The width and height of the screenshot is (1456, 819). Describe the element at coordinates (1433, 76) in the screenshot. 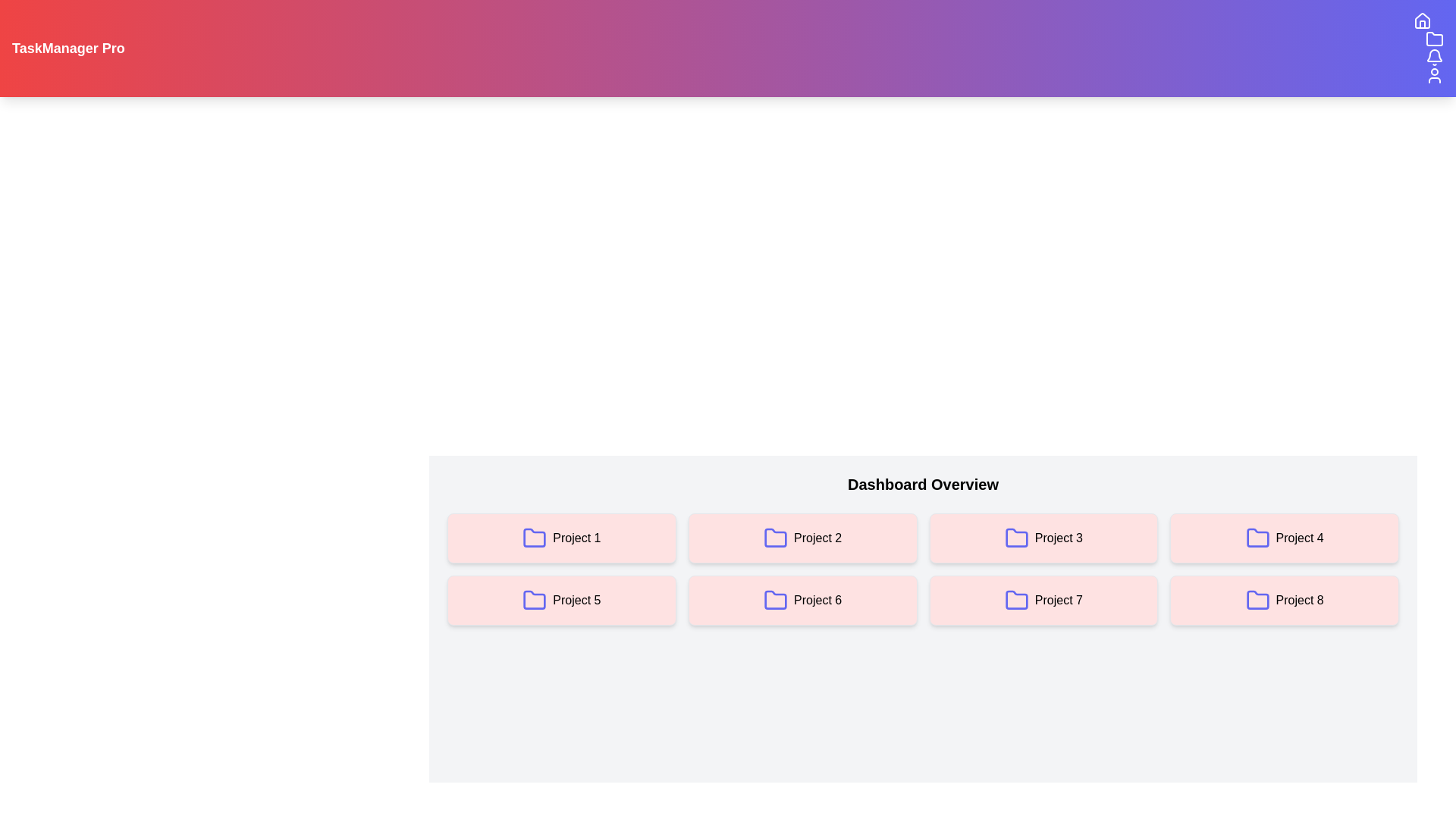

I see `the navigation icon User to perform its associated action` at that location.